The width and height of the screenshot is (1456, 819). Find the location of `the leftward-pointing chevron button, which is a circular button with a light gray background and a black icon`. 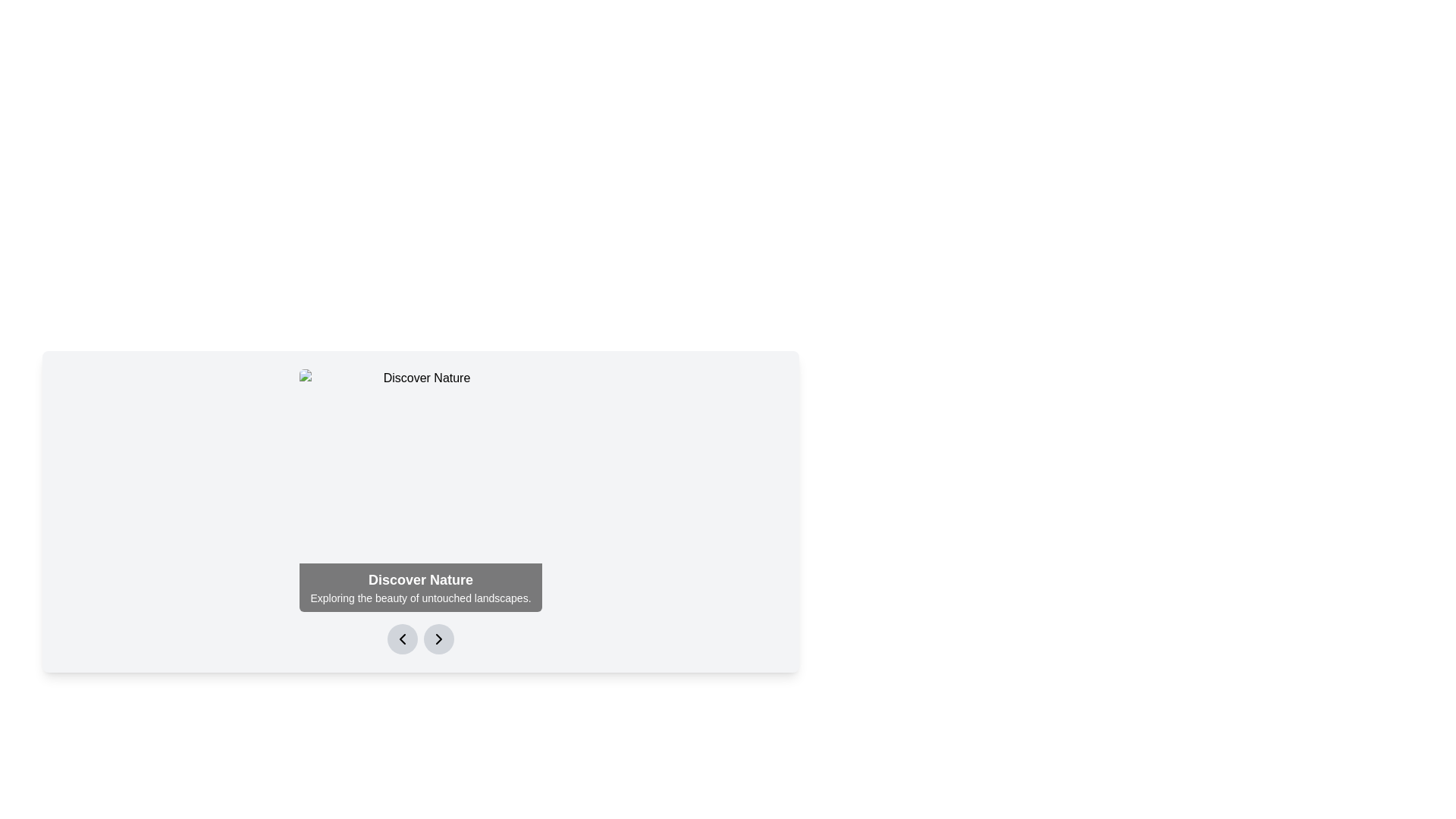

the leftward-pointing chevron button, which is a circular button with a light gray background and a black icon is located at coordinates (403, 639).